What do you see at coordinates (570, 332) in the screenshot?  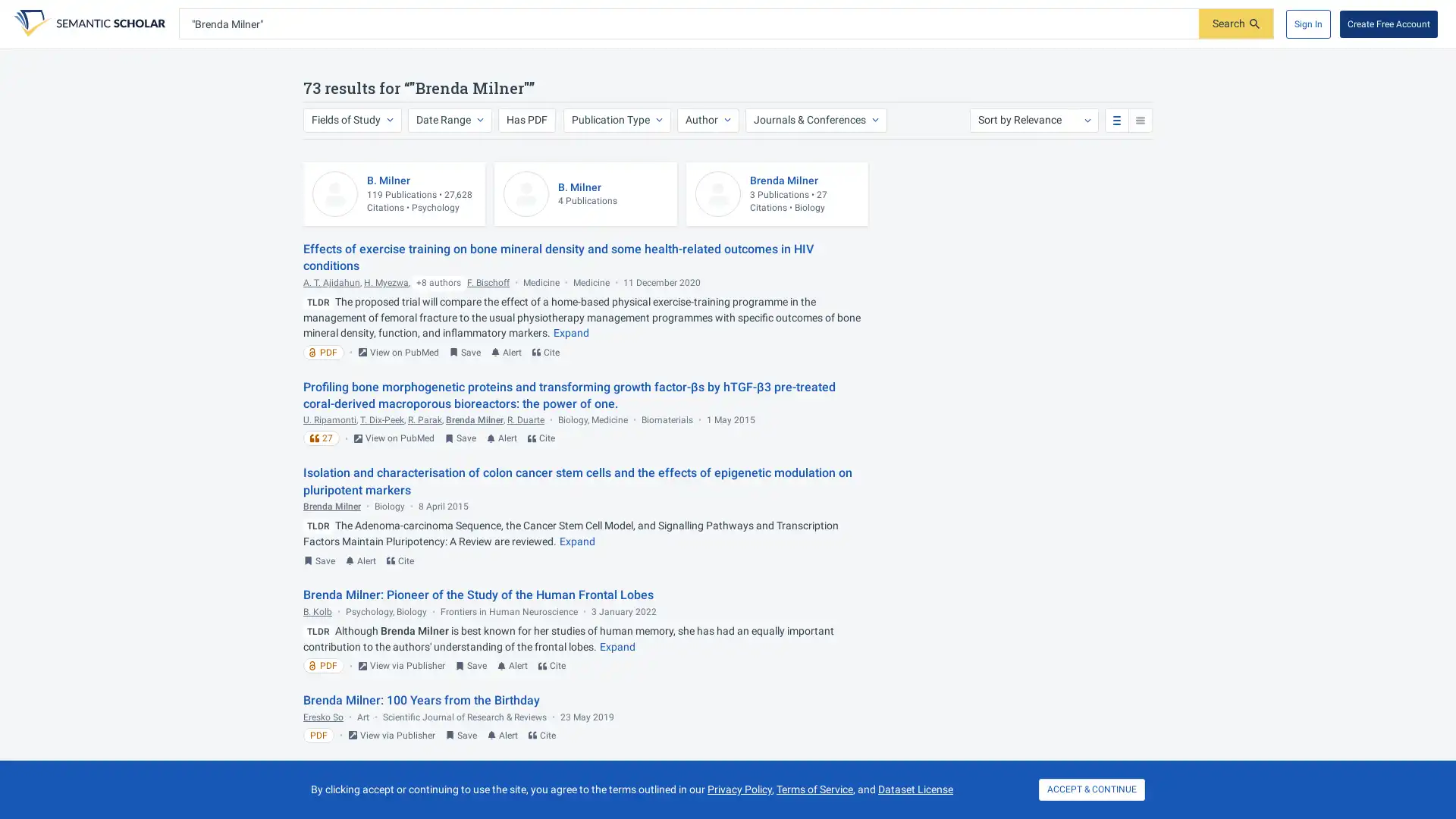 I see `Expand truncated text` at bounding box center [570, 332].